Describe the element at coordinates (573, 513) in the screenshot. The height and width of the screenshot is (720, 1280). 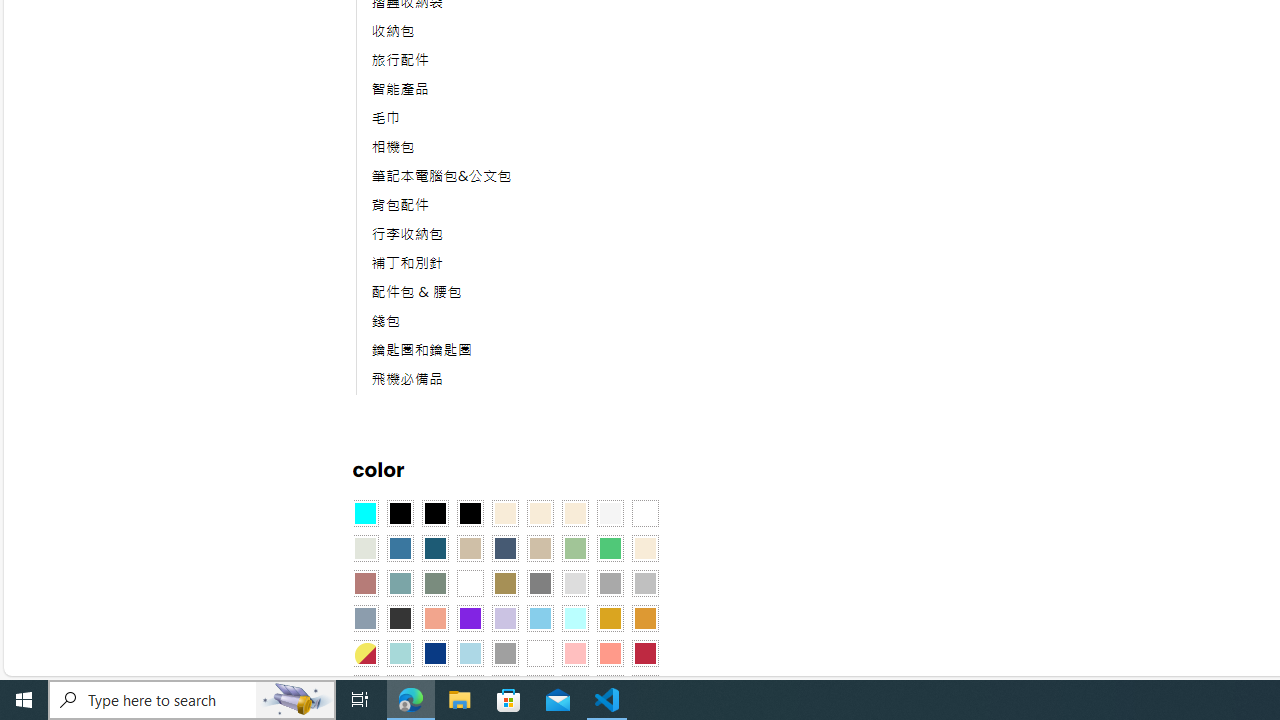
I see `'Cream'` at that location.